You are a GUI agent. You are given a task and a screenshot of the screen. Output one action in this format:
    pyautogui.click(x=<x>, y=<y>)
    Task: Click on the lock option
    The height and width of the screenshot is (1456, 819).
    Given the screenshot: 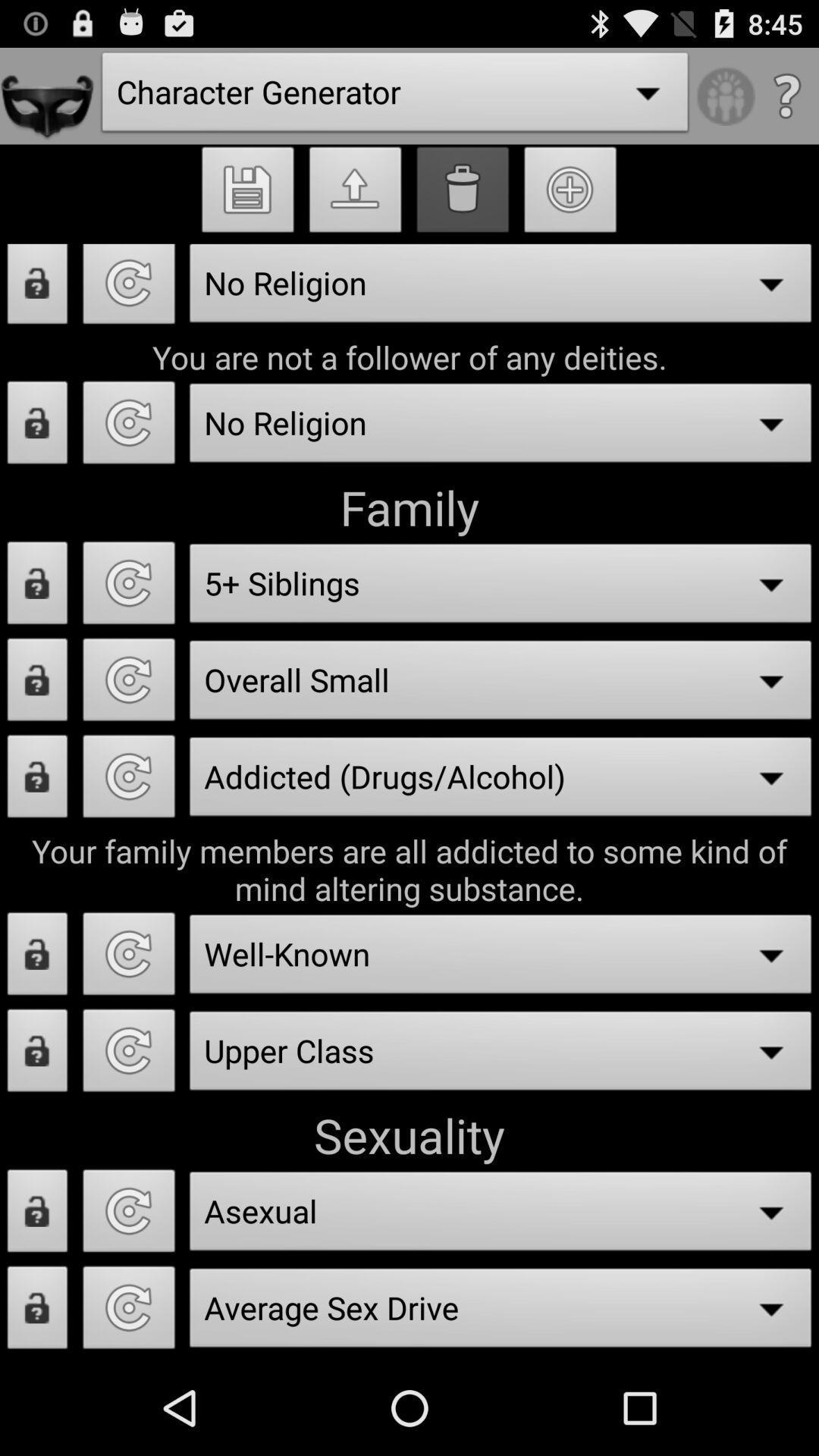 What is the action you would take?
    pyautogui.click(x=36, y=957)
    